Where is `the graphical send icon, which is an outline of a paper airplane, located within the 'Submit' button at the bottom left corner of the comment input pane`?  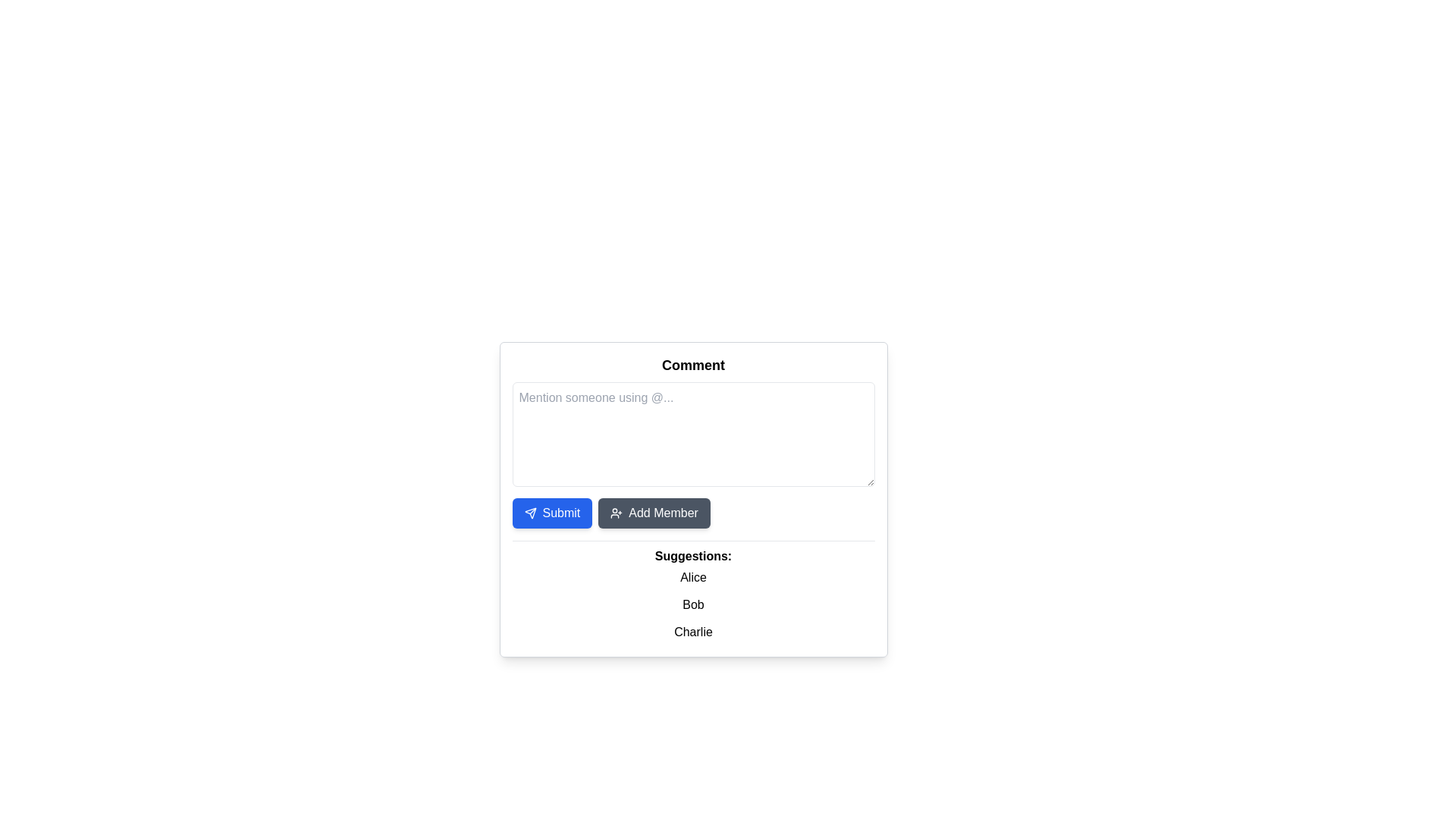 the graphical send icon, which is an outline of a paper airplane, located within the 'Submit' button at the bottom left corner of the comment input pane is located at coordinates (530, 513).